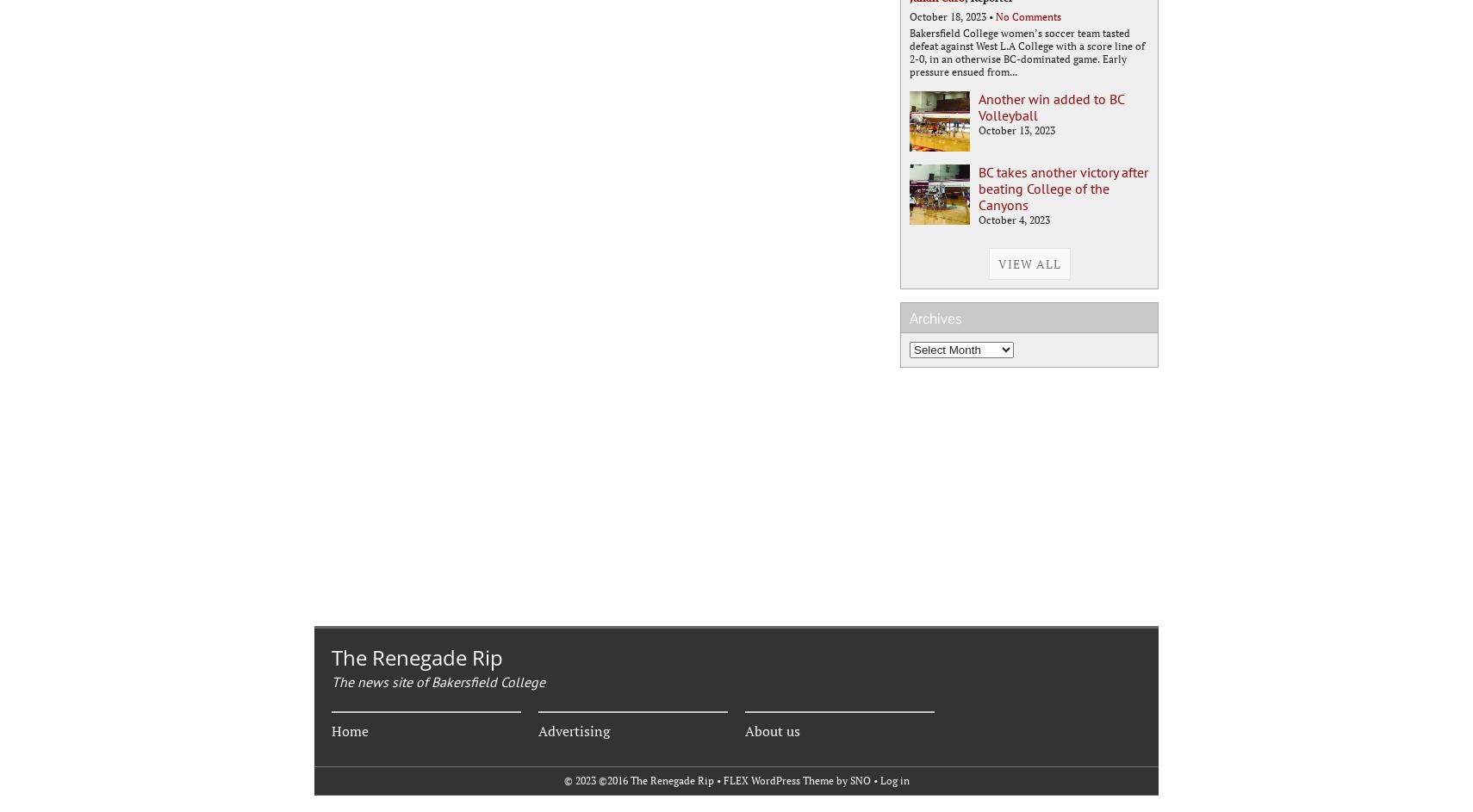  What do you see at coordinates (438, 681) in the screenshot?
I see `'The news site of Bakersfield College'` at bounding box center [438, 681].